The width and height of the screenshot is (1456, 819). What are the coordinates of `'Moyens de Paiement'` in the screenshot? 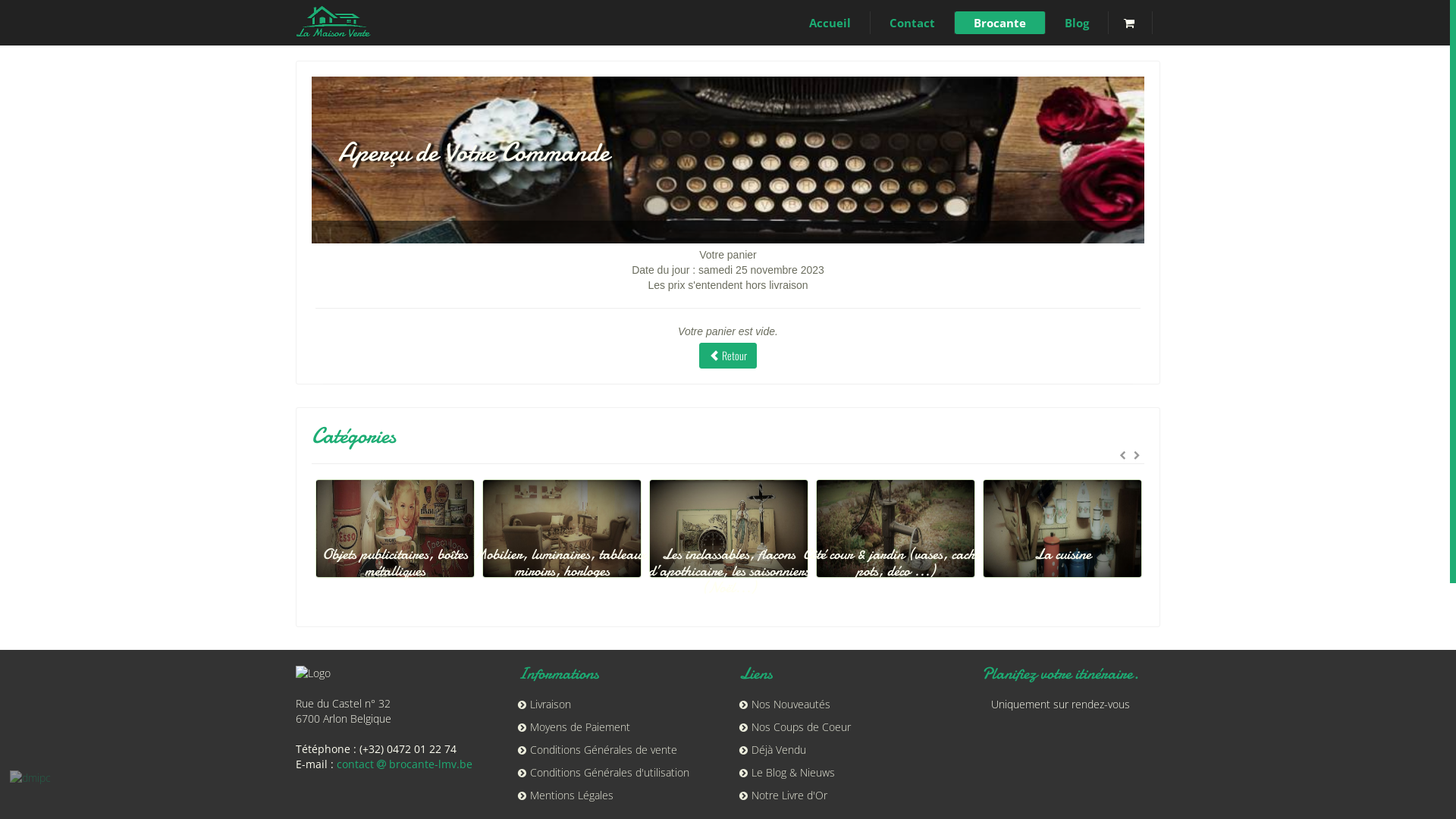 It's located at (573, 726).